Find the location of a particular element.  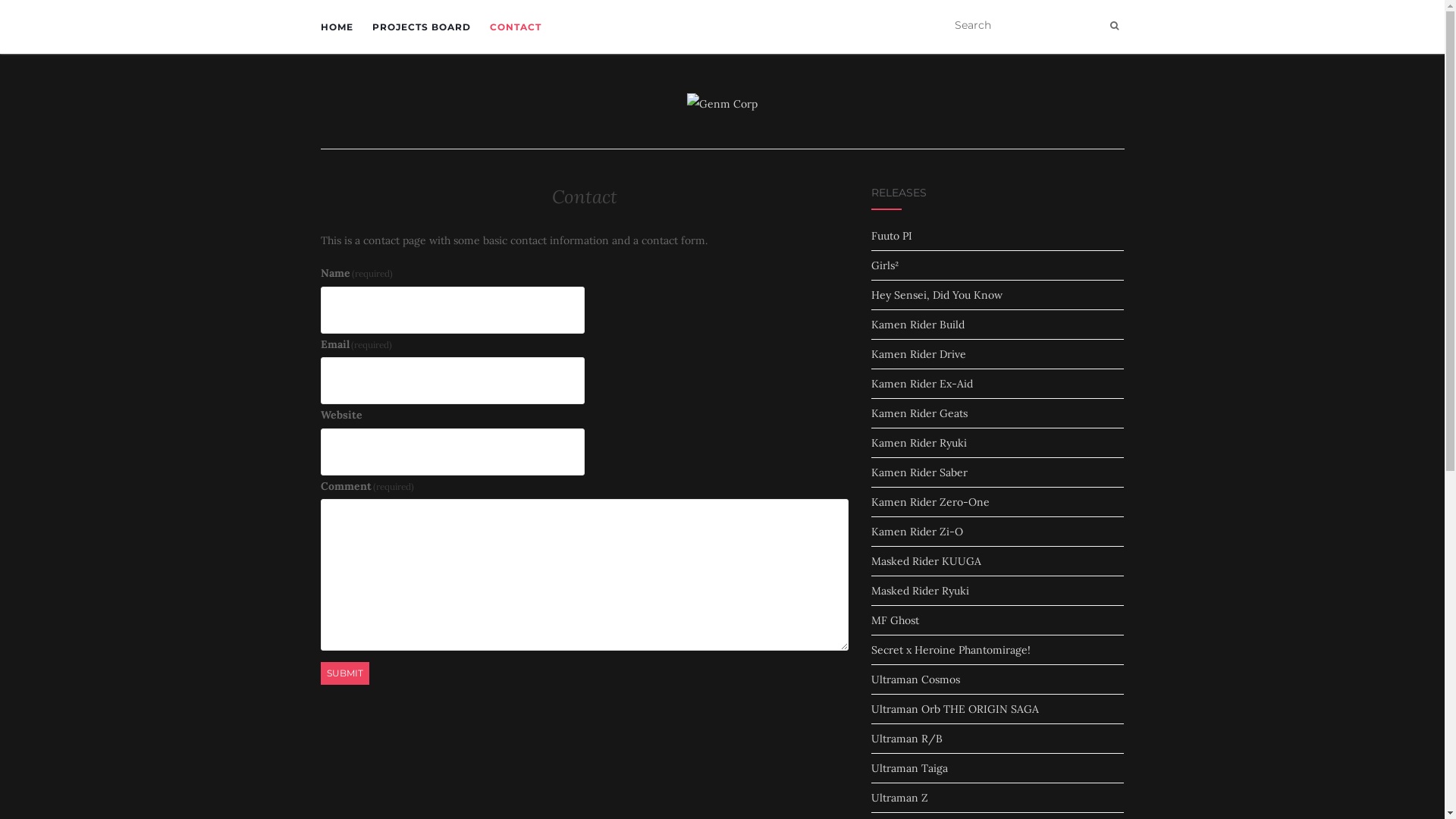

'Hey Sensei, Did You Know' is located at coordinates (936, 295).